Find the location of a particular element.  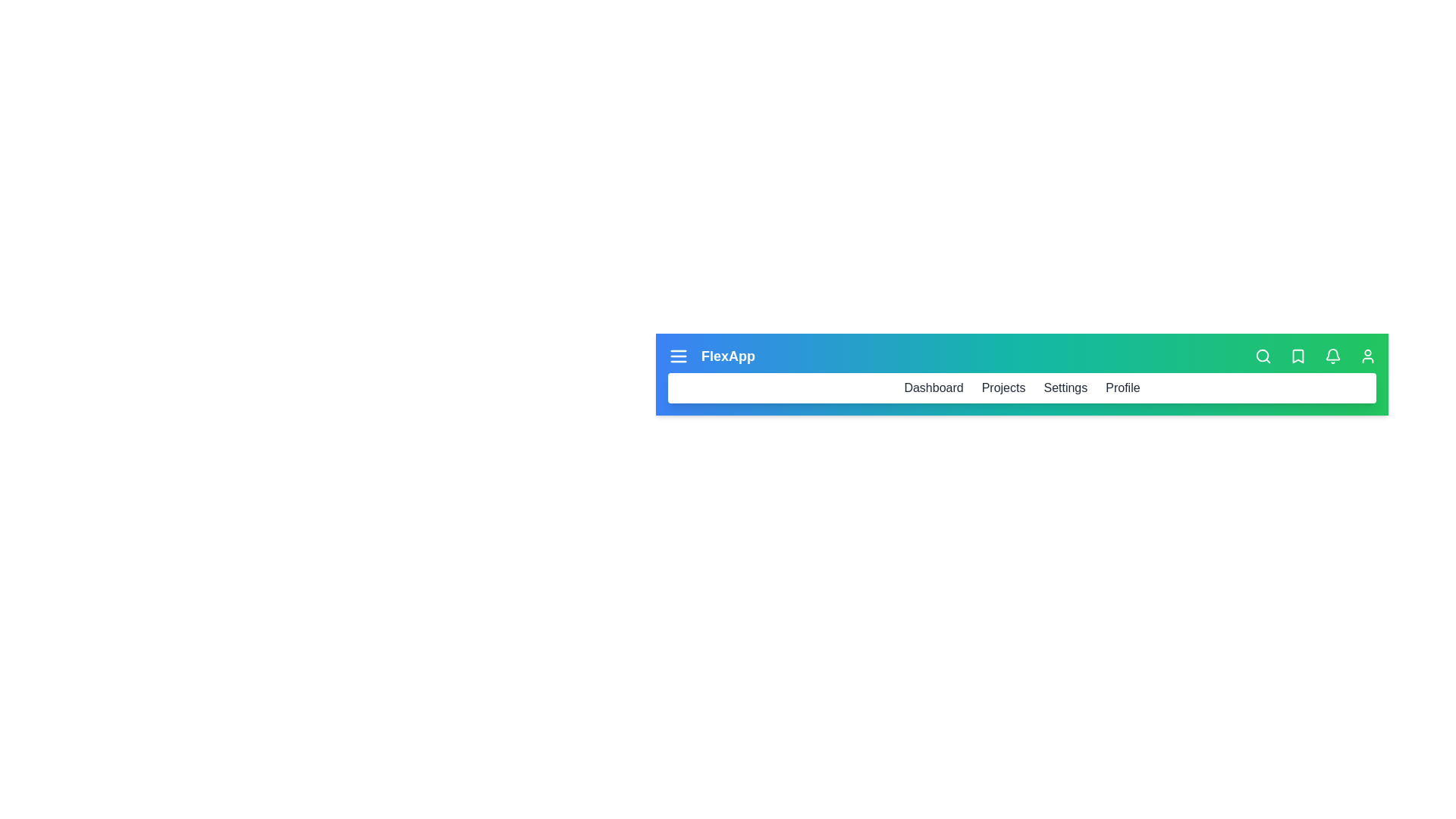

the search icon to activate the search functionality is located at coordinates (1263, 356).